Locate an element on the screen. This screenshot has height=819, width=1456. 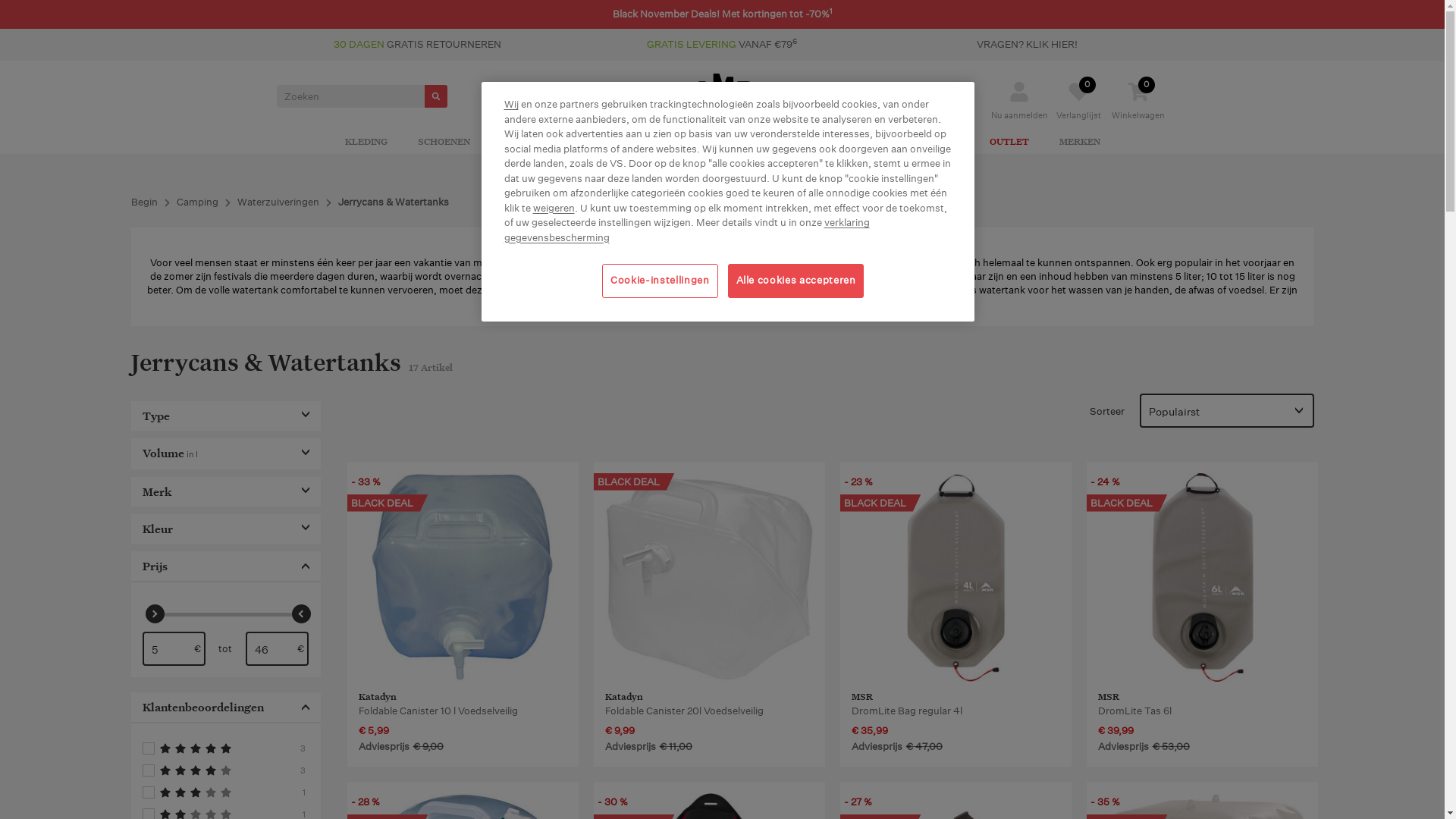
'KINDEREN' is located at coordinates (934, 143).